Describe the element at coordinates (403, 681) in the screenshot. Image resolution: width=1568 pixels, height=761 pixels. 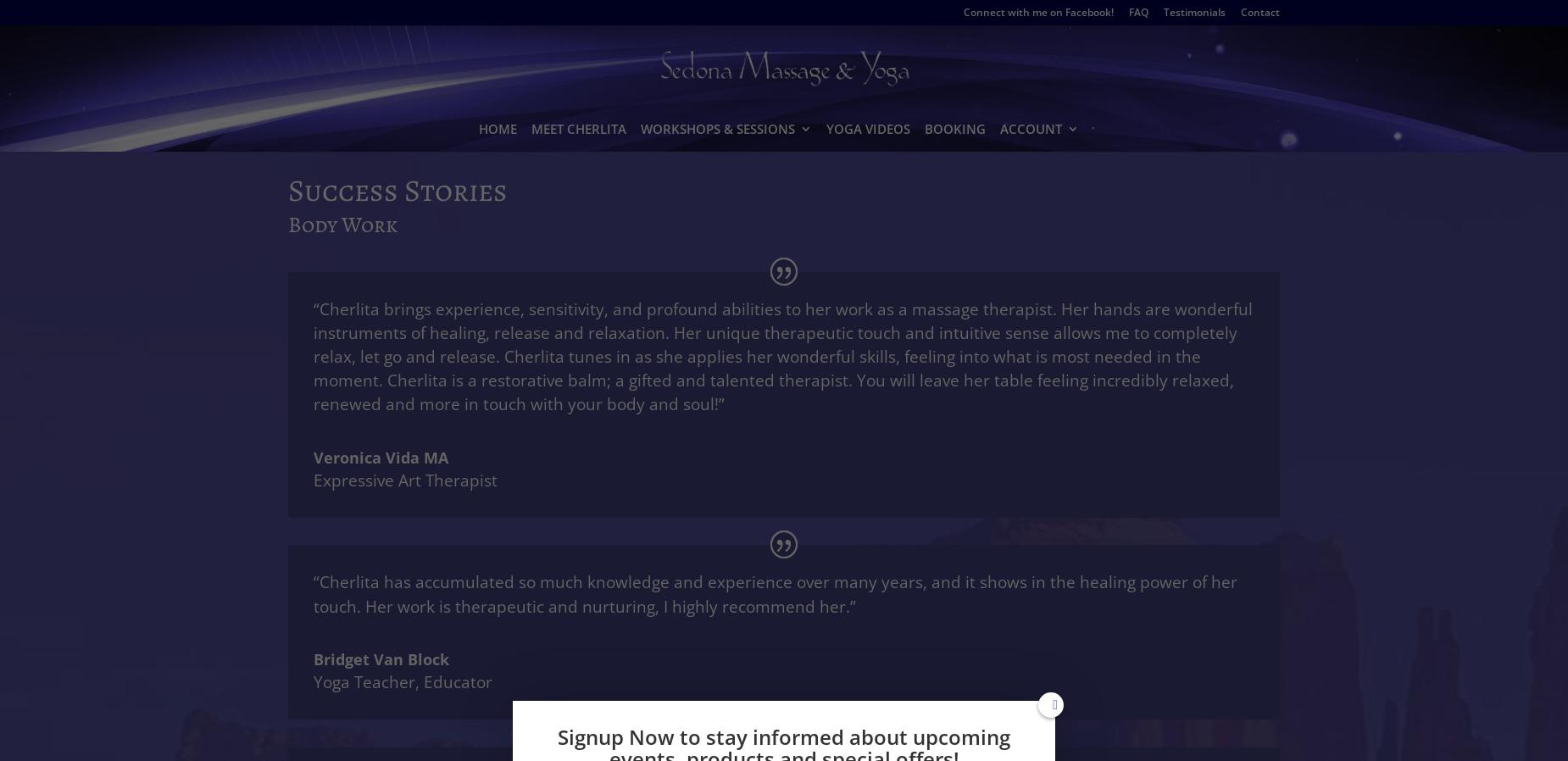
I see `'Yoga Teacher, Educator'` at that location.